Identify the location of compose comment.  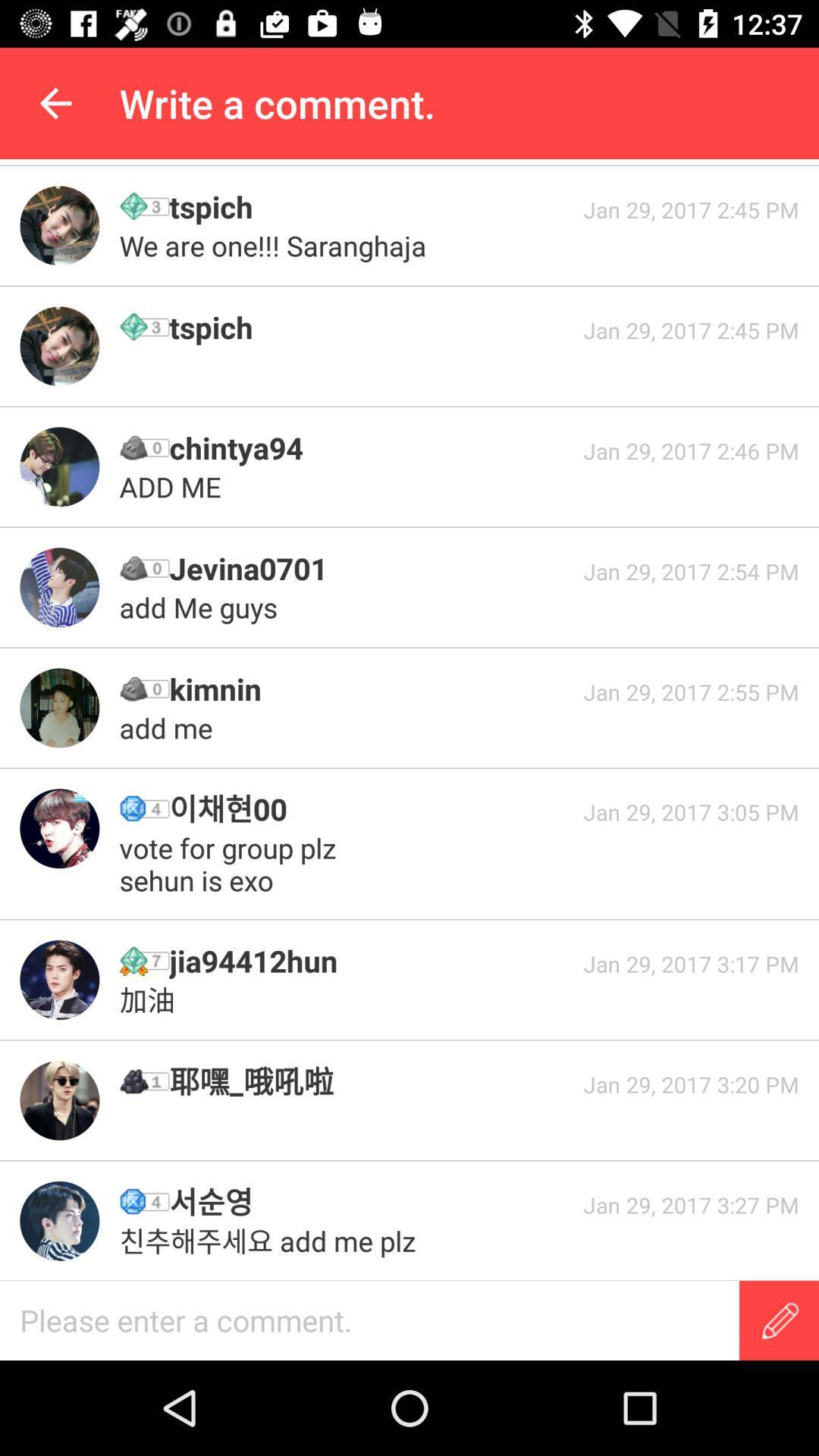
(779, 1319).